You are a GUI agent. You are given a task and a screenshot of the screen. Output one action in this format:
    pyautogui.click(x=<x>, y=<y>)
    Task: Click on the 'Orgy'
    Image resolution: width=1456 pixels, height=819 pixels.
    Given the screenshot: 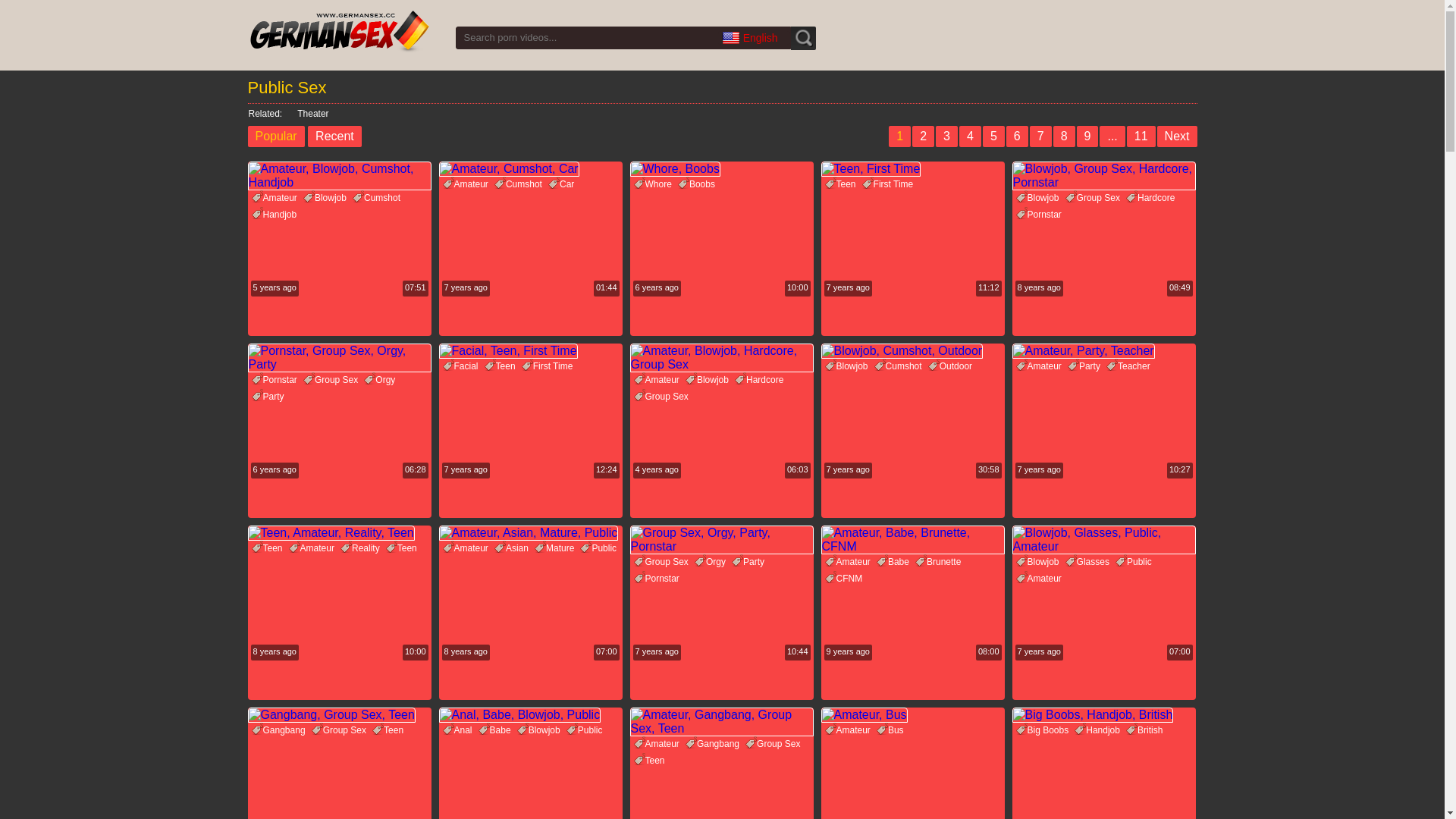 What is the action you would take?
    pyautogui.click(x=364, y=379)
    